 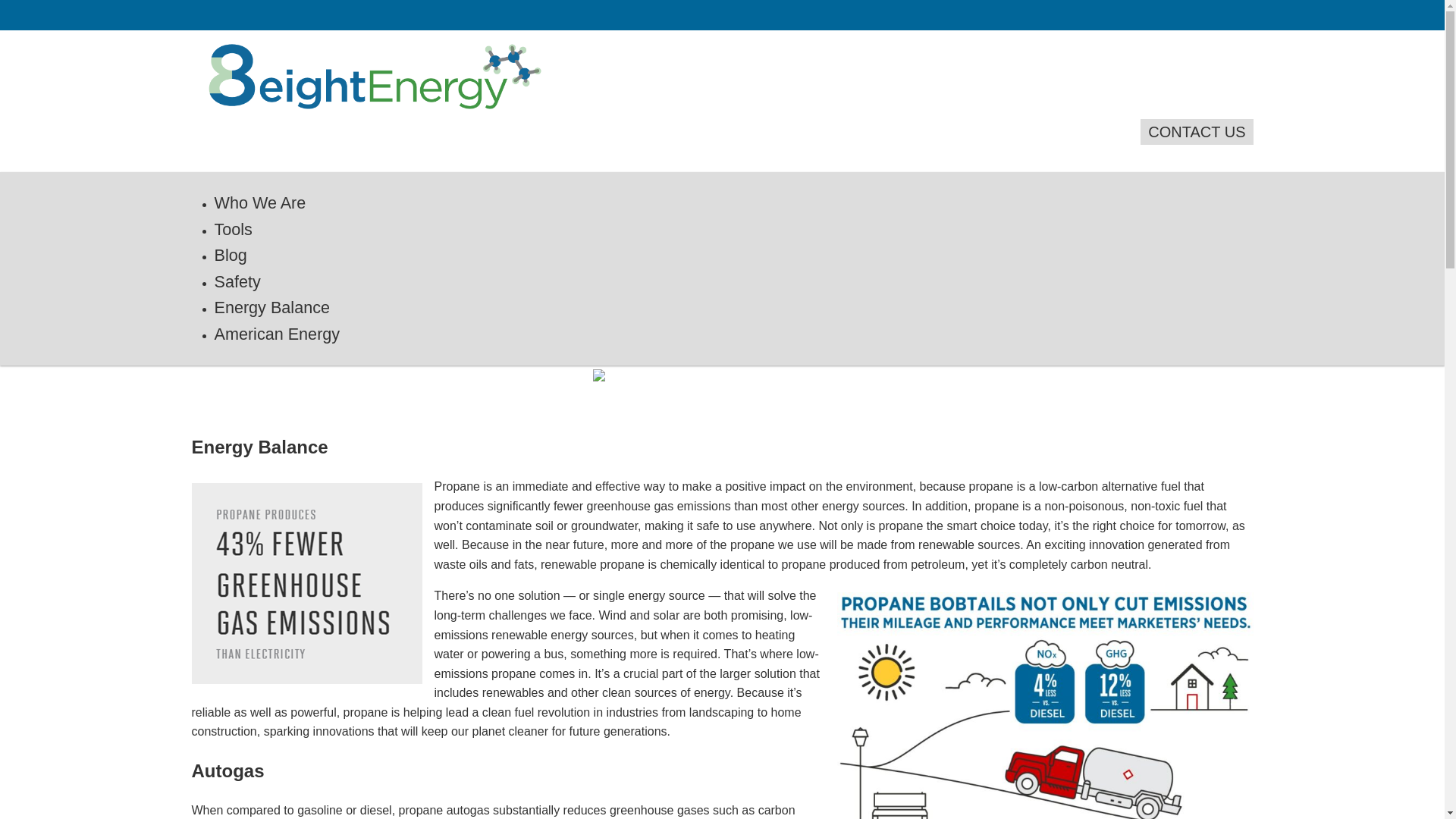 What do you see at coordinates (229, 254) in the screenshot?
I see `'Blog'` at bounding box center [229, 254].